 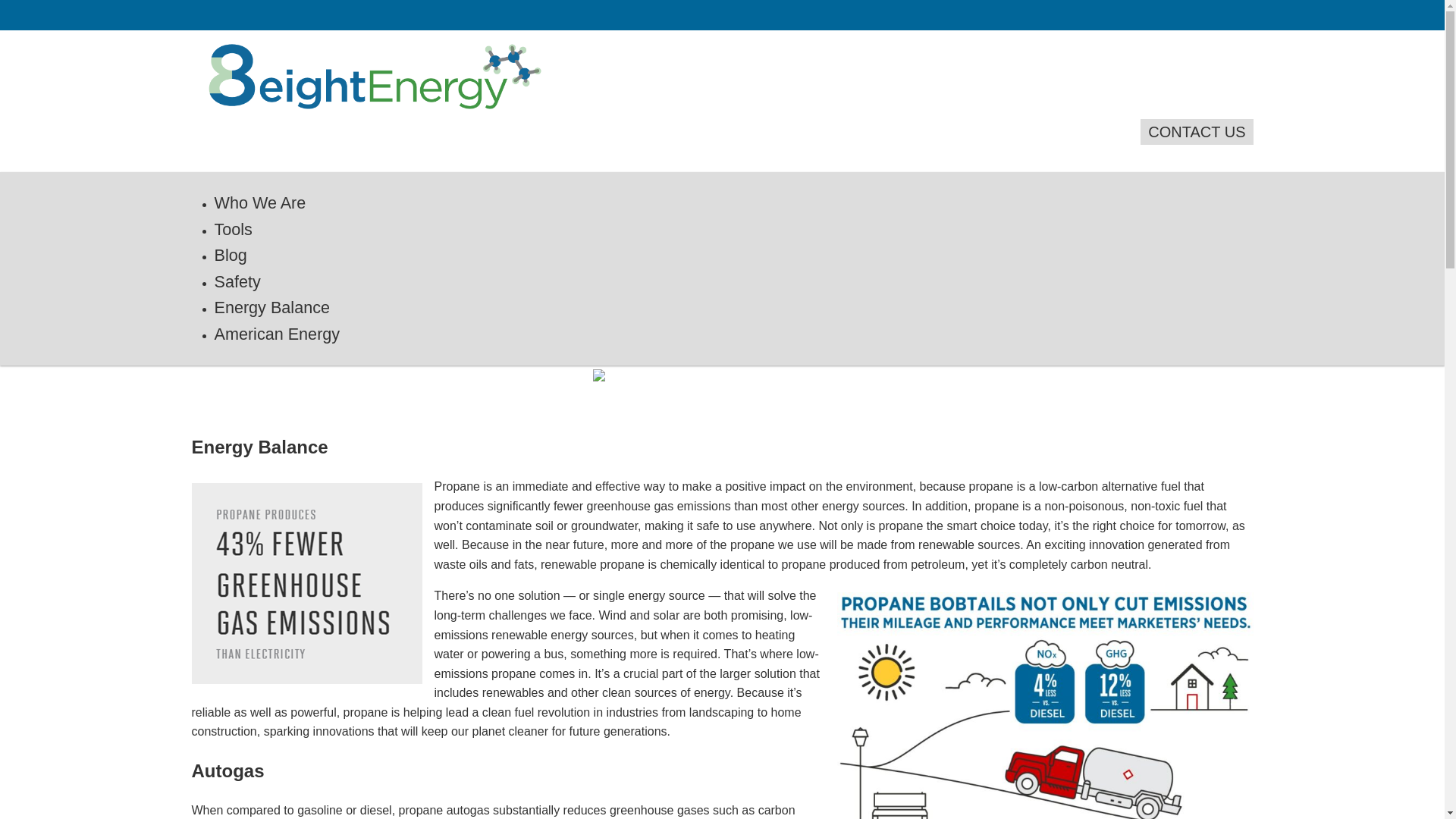 What do you see at coordinates (229, 254) in the screenshot?
I see `'Blog'` at bounding box center [229, 254].